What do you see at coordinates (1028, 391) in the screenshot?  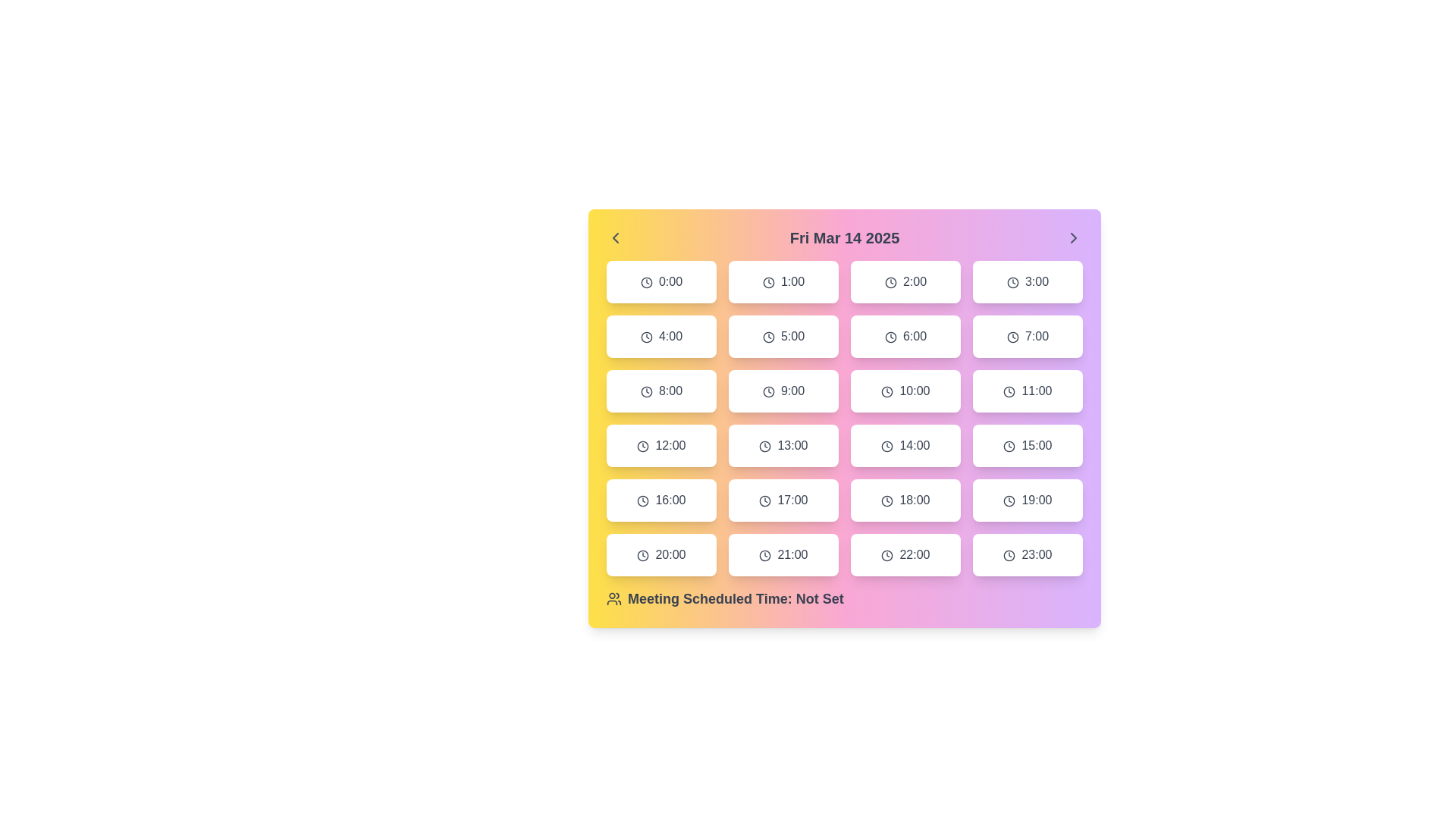 I see `the selectable time slot button located in the third column of the third row of a four-column grid` at bounding box center [1028, 391].